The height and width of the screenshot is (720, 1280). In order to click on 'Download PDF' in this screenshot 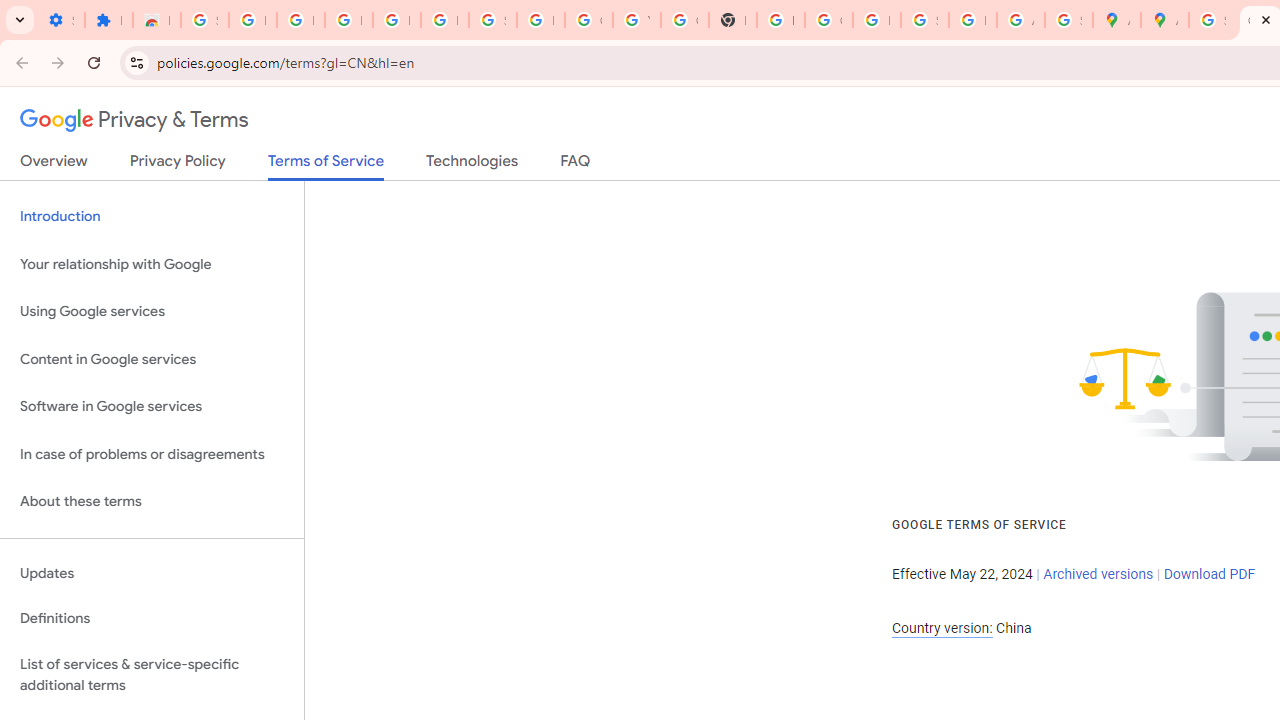, I will do `click(1208, 574)`.